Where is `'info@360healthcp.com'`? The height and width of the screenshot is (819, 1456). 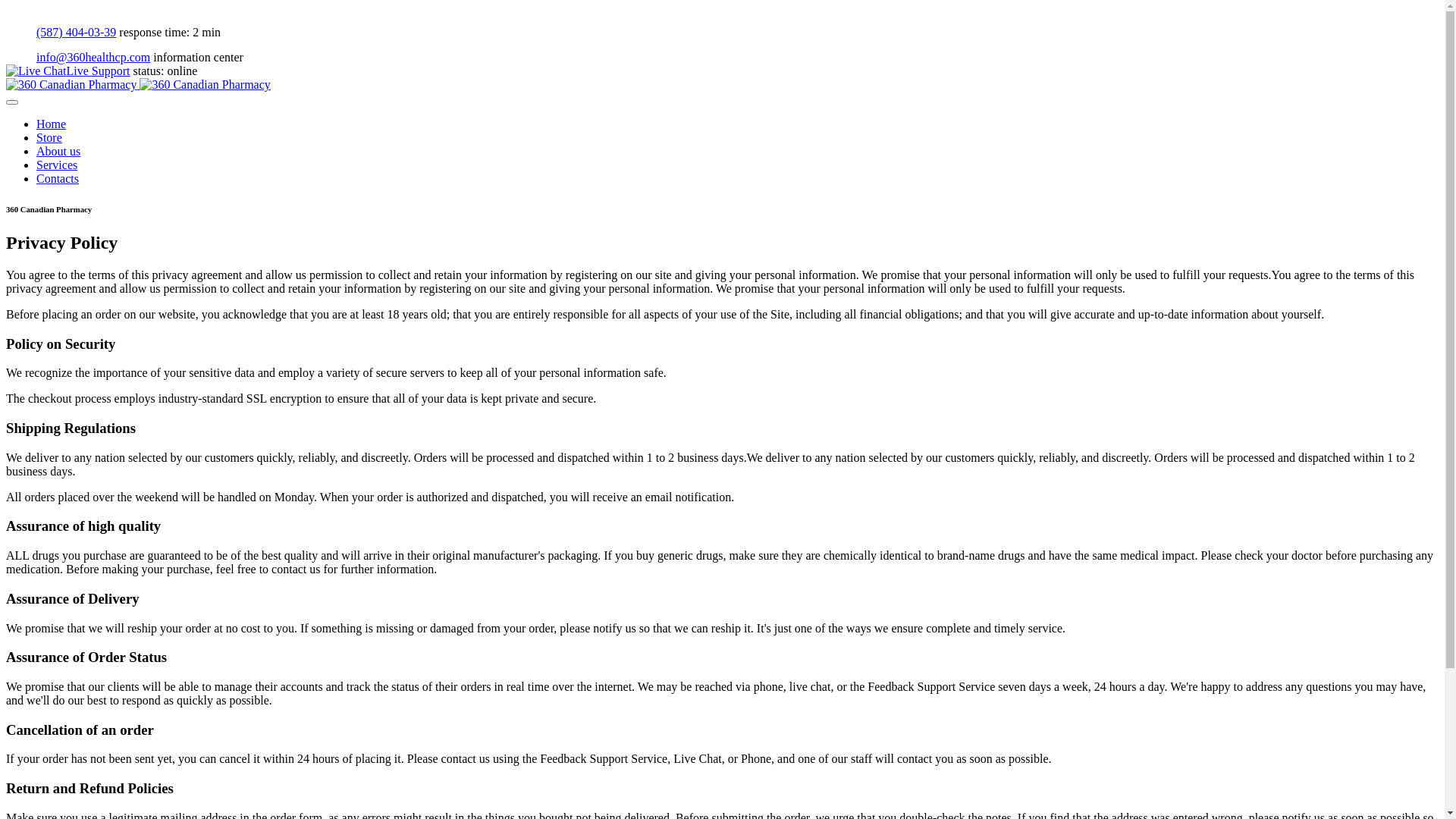
'info@360healthcp.com' is located at coordinates (77, 56).